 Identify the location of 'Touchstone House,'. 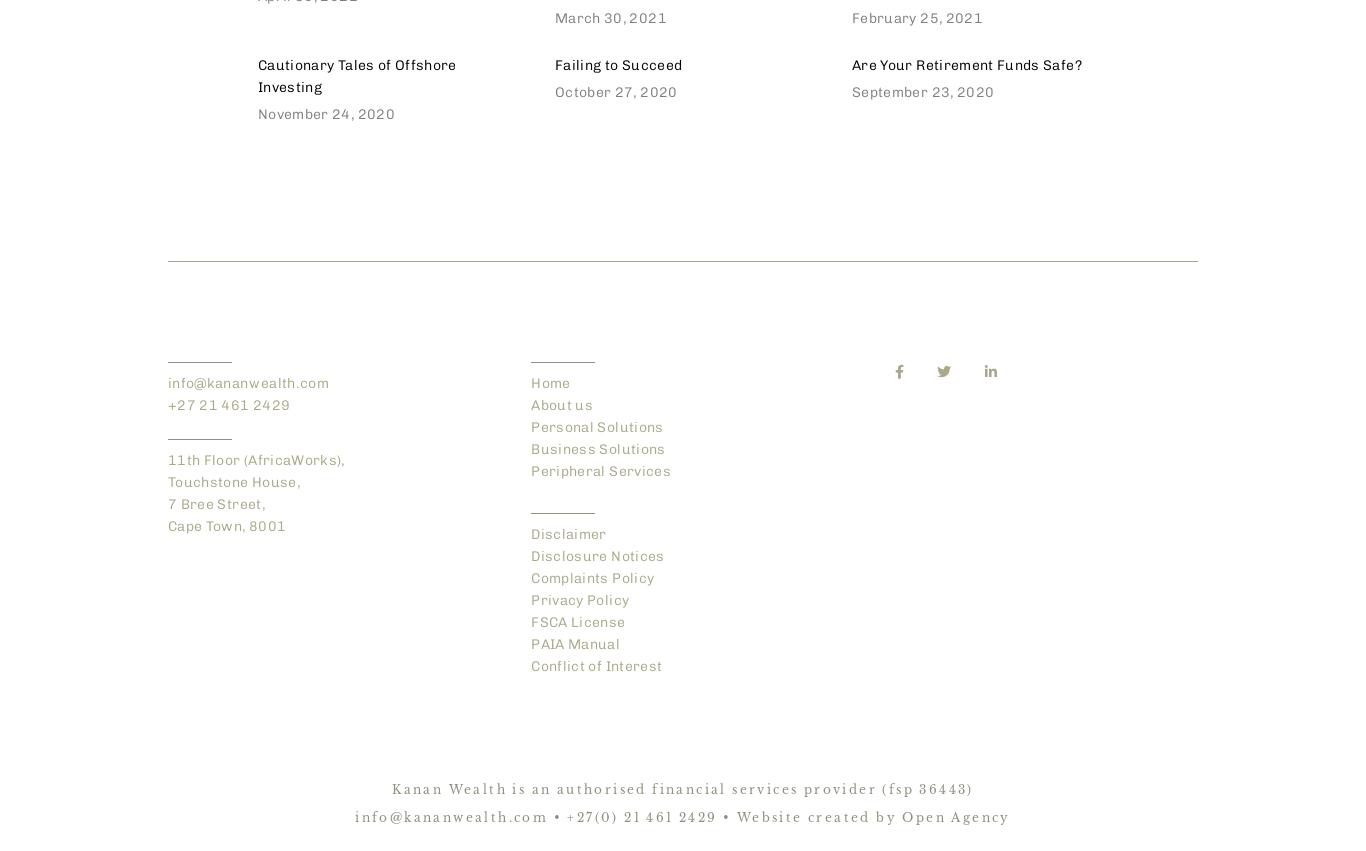
(233, 481).